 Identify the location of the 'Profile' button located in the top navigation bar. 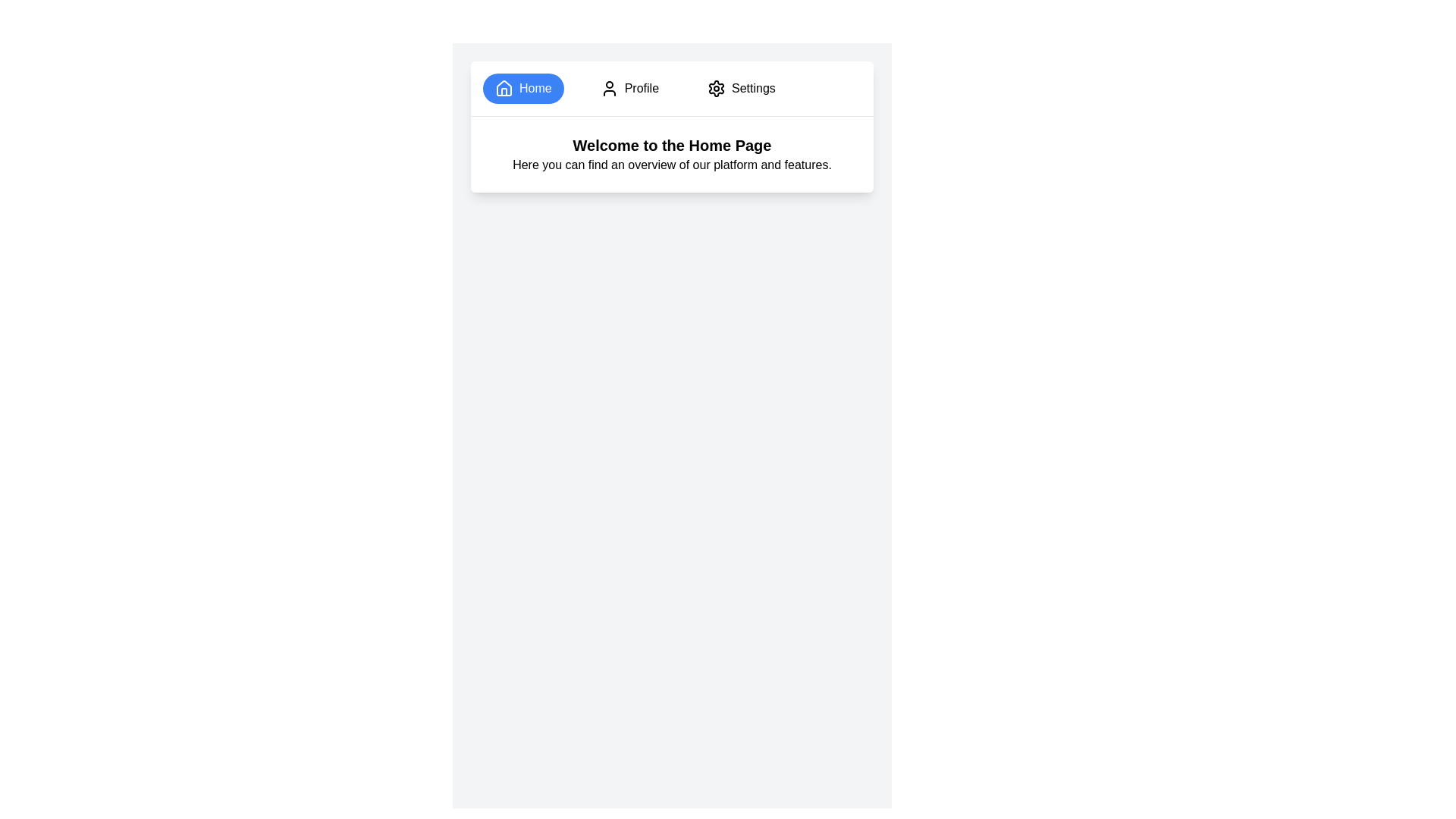
(629, 88).